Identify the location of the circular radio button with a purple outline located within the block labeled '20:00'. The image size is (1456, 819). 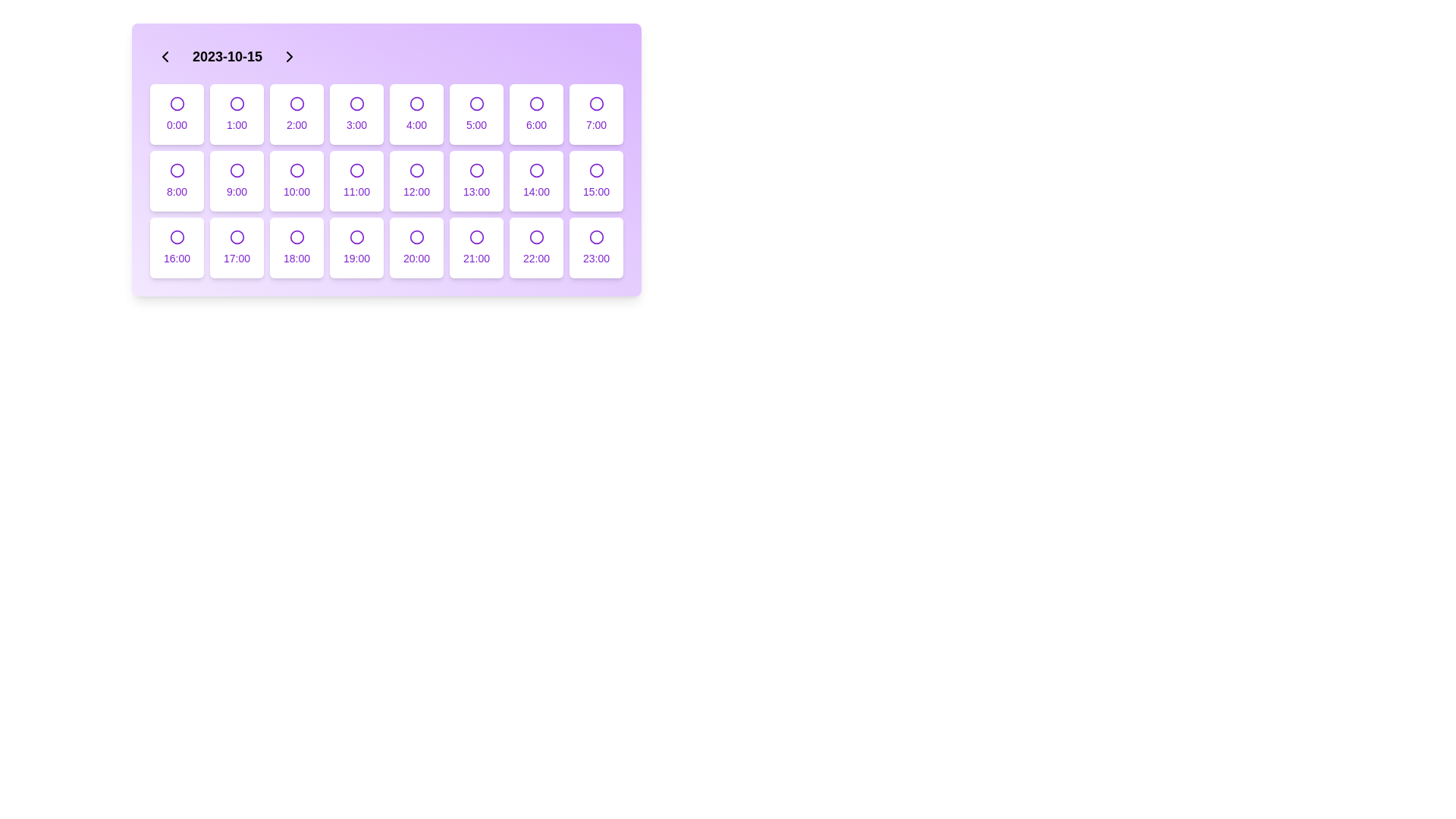
(416, 237).